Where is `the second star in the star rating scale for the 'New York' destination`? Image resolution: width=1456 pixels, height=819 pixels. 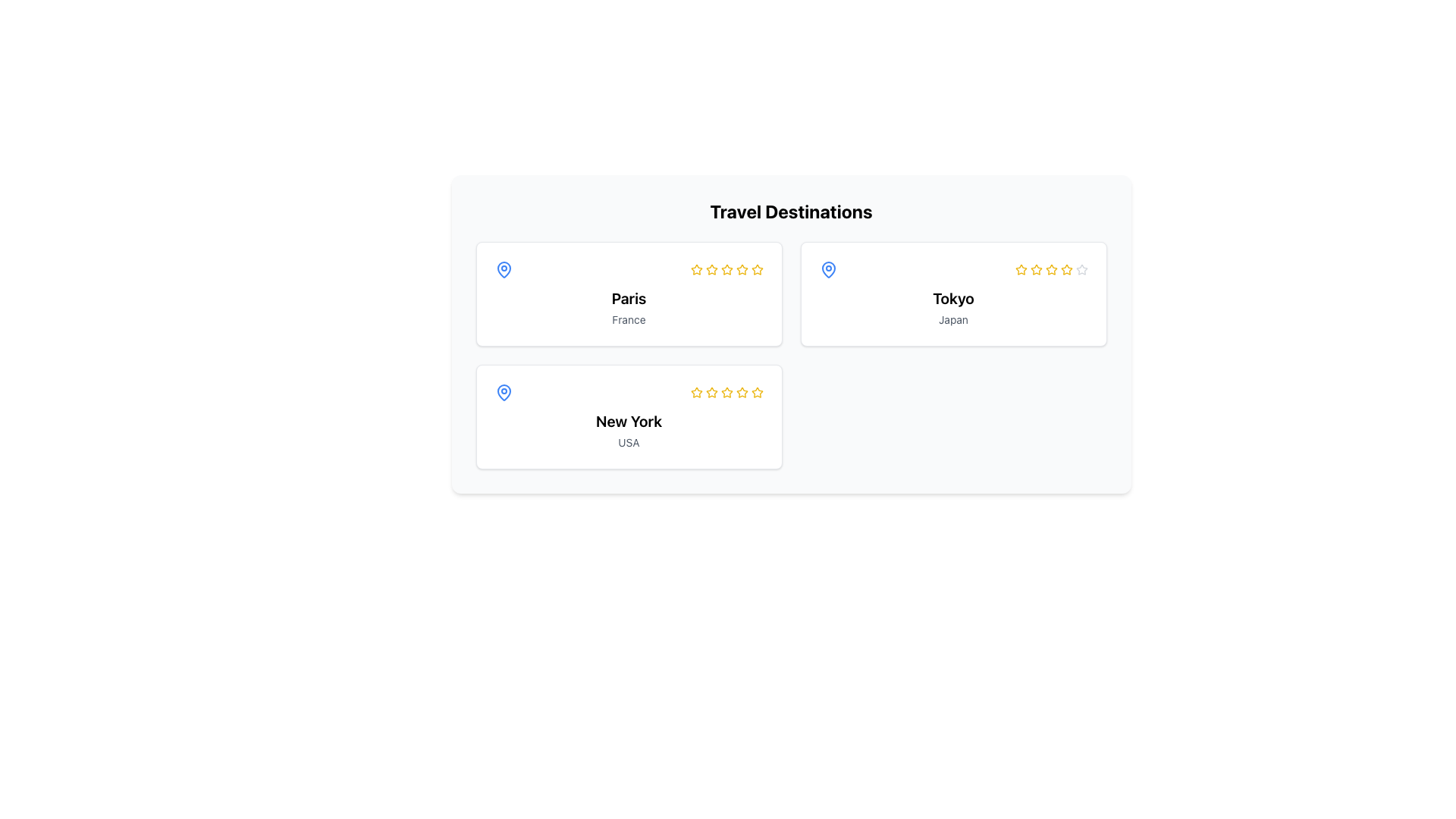 the second star in the star rating scale for the 'New York' destination is located at coordinates (711, 391).